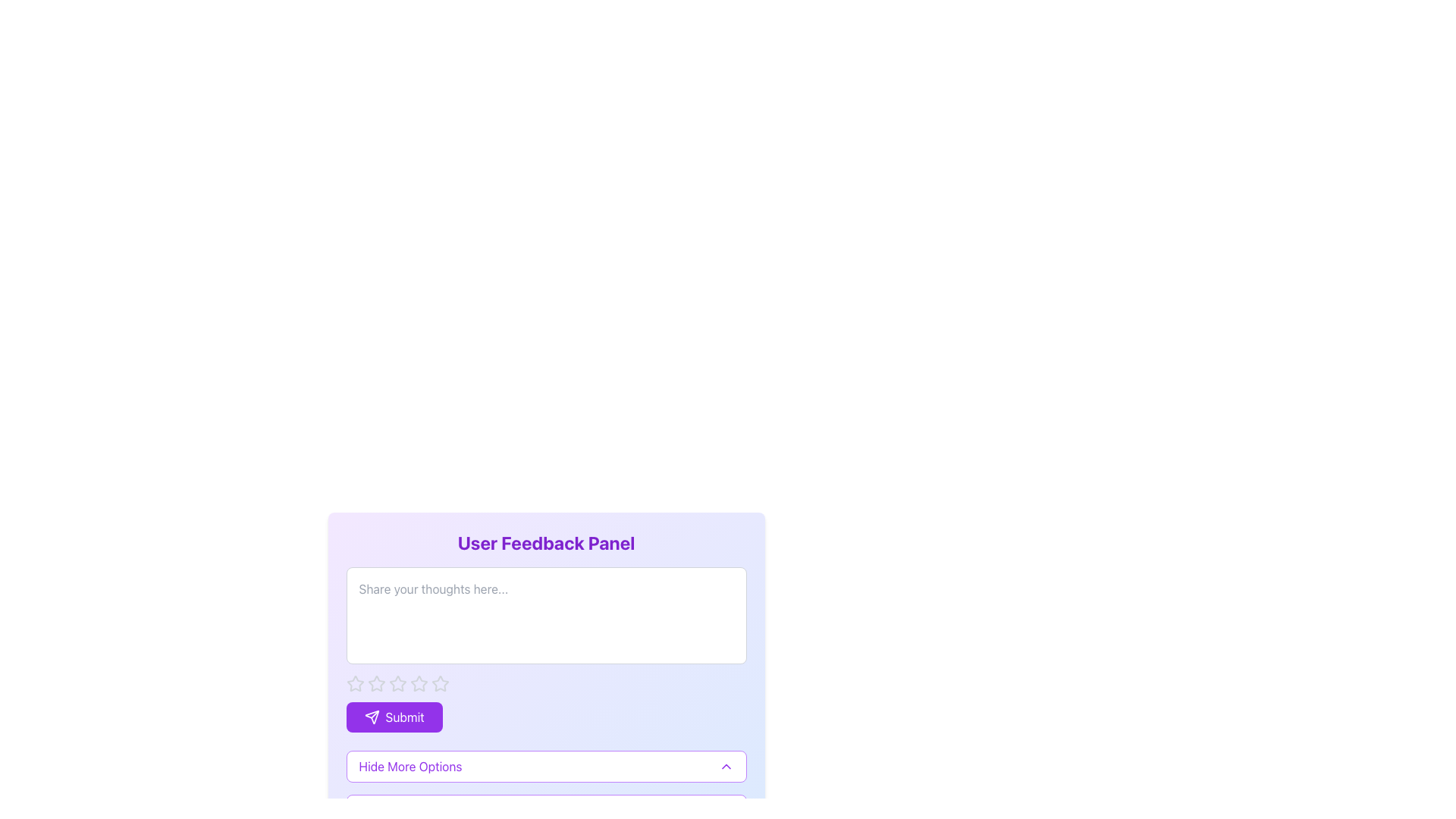 This screenshot has height=819, width=1456. I want to click on the icon at the far right end of the 'Hide More Options' button, so click(725, 766).